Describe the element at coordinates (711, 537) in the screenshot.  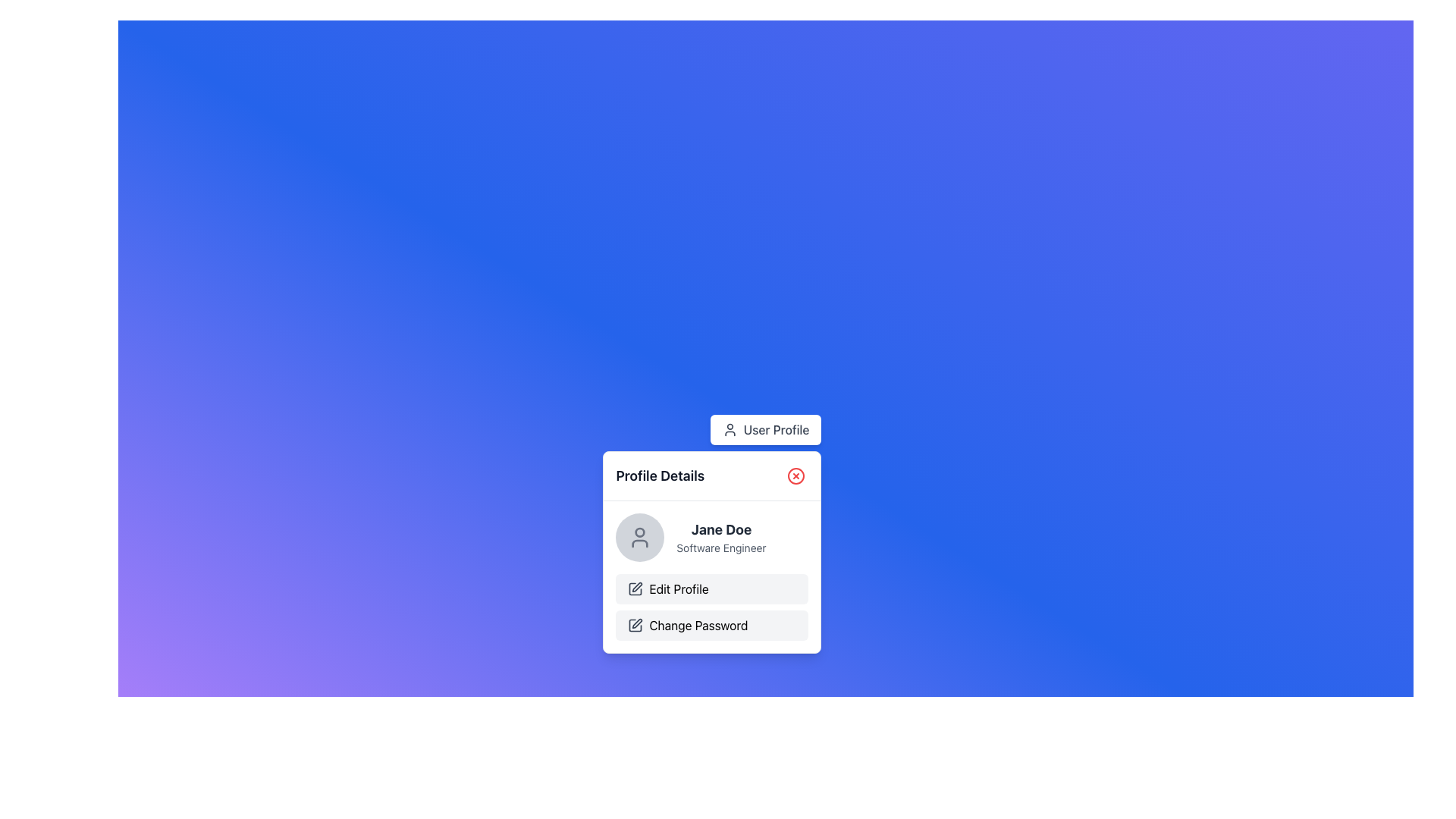
I see `the Profile Information Display element, which includes a circular avatar icon of a user silhouette on the left and the name 'Jane Doe' with the title 'Software Engineer' on the right` at that location.